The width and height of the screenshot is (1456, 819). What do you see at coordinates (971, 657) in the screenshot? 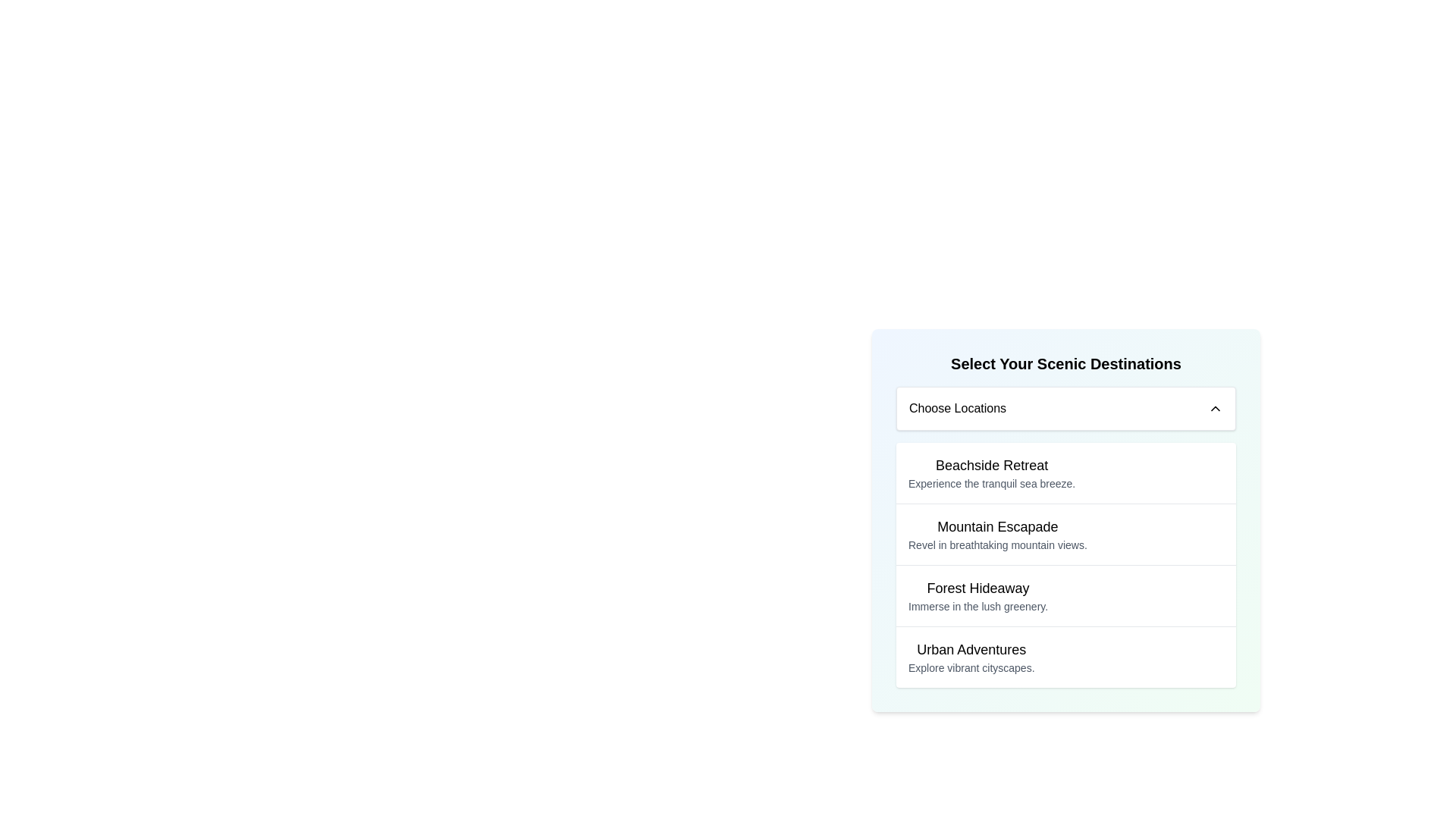
I see `the 'Urban Adventures' text block located at the bottom of the dropdown panel titled 'Select Your Scenic Destinations'` at bounding box center [971, 657].